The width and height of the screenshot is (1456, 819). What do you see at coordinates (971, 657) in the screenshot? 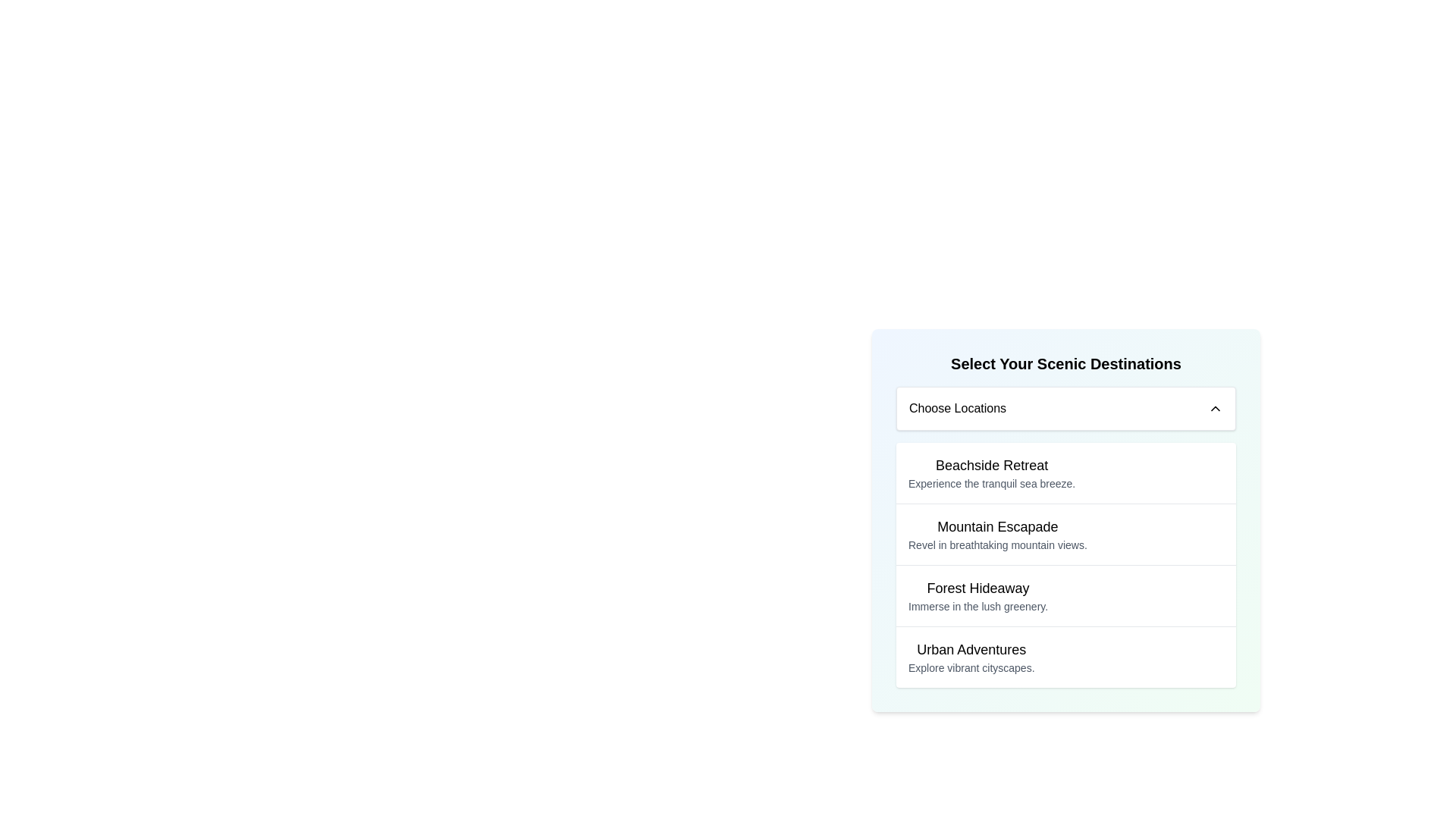
I see `the 'Urban Adventures' text block located at the bottom of the dropdown panel titled 'Select Your Scenic Destinations'` at bounding box center [971, 657].